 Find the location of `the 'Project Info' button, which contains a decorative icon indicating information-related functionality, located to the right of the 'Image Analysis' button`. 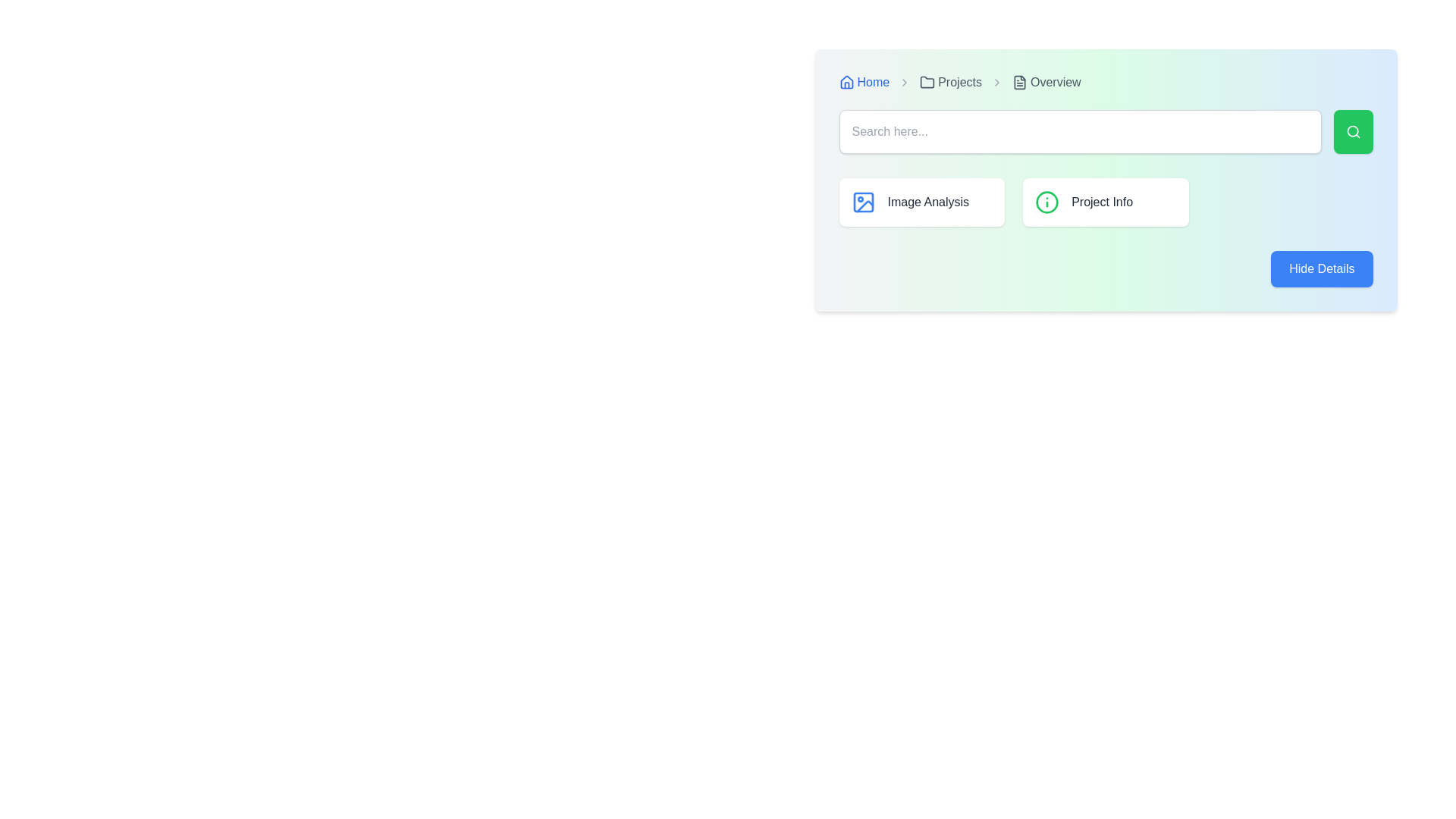

the 'Project Info' button, which contains a decorative icon indicating information-related functionality, located to the right of the 'Image Analysis' button is located at coordinates (1046, 201).